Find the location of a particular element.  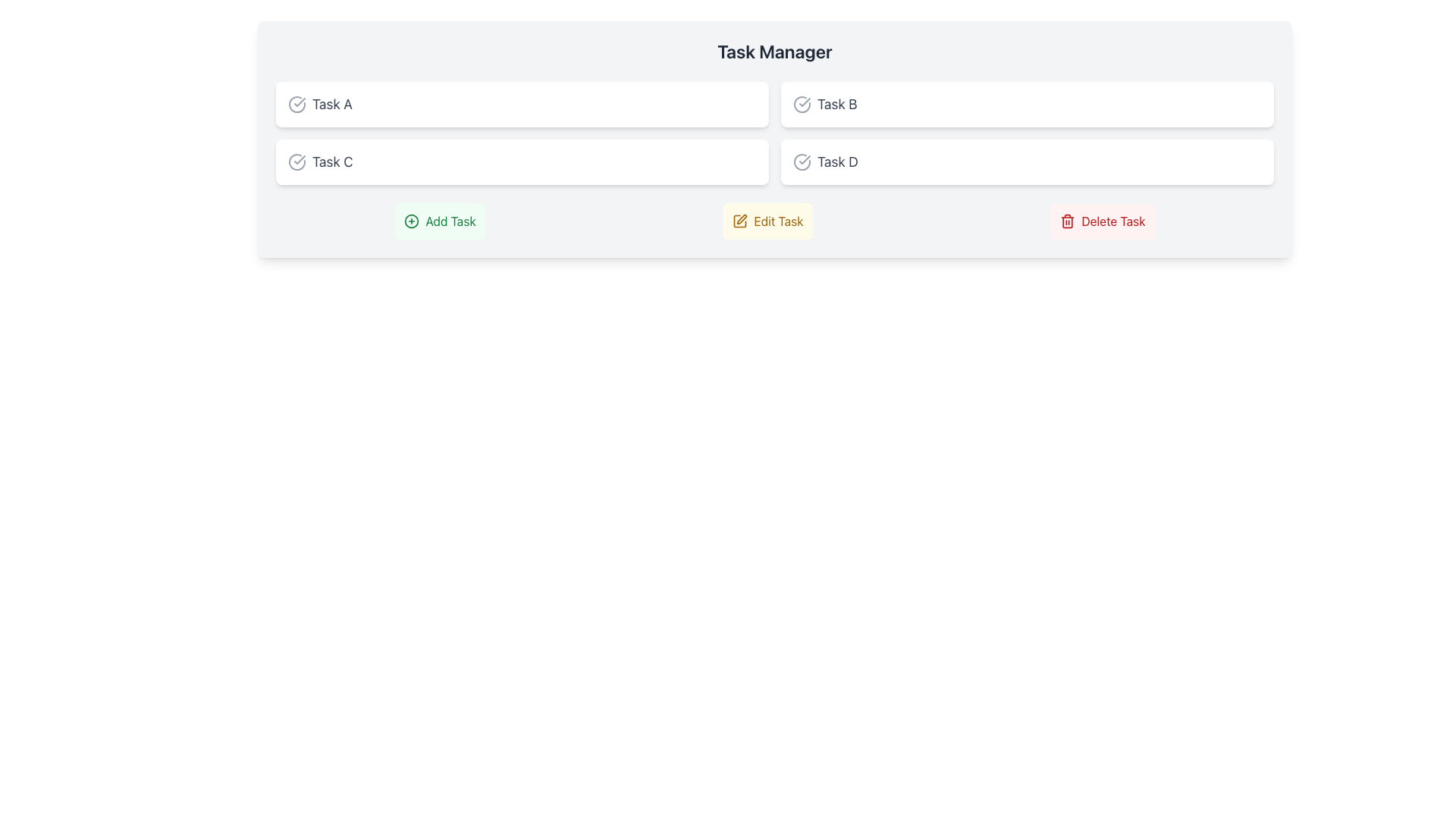

the 'Edit Task' button, which is a soft yellow button with rounded corners featuring a pencil icon and the text 'Edit Task', positioned centrally between the 'Add Task' and 'Delete Task' buttons is located at coordinates (767, 221).